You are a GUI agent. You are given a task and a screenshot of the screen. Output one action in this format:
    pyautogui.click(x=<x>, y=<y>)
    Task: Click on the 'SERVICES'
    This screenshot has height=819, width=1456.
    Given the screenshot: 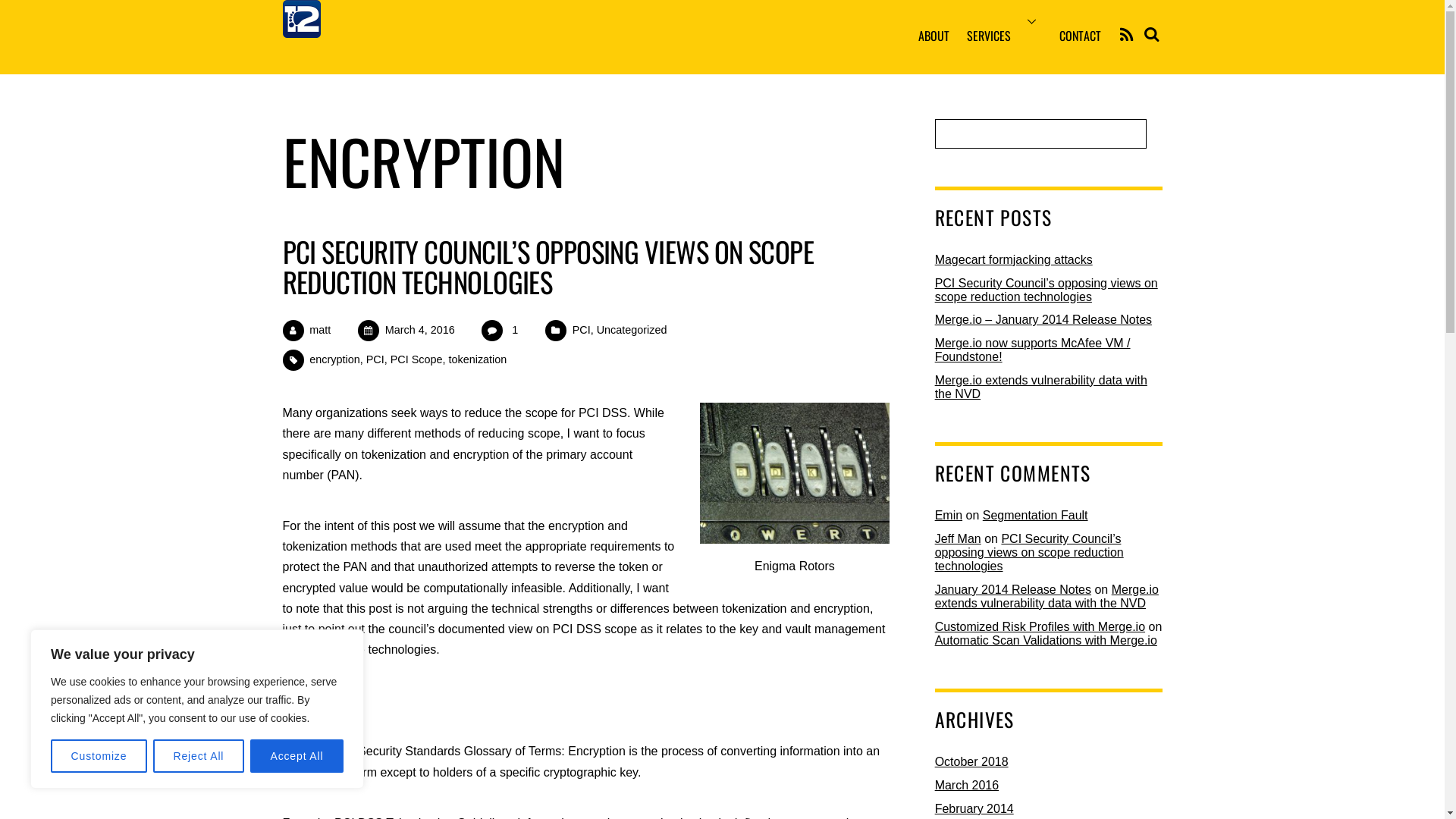 What is the action you would take?
    pyautogui.click(x=1004, y=36)
    